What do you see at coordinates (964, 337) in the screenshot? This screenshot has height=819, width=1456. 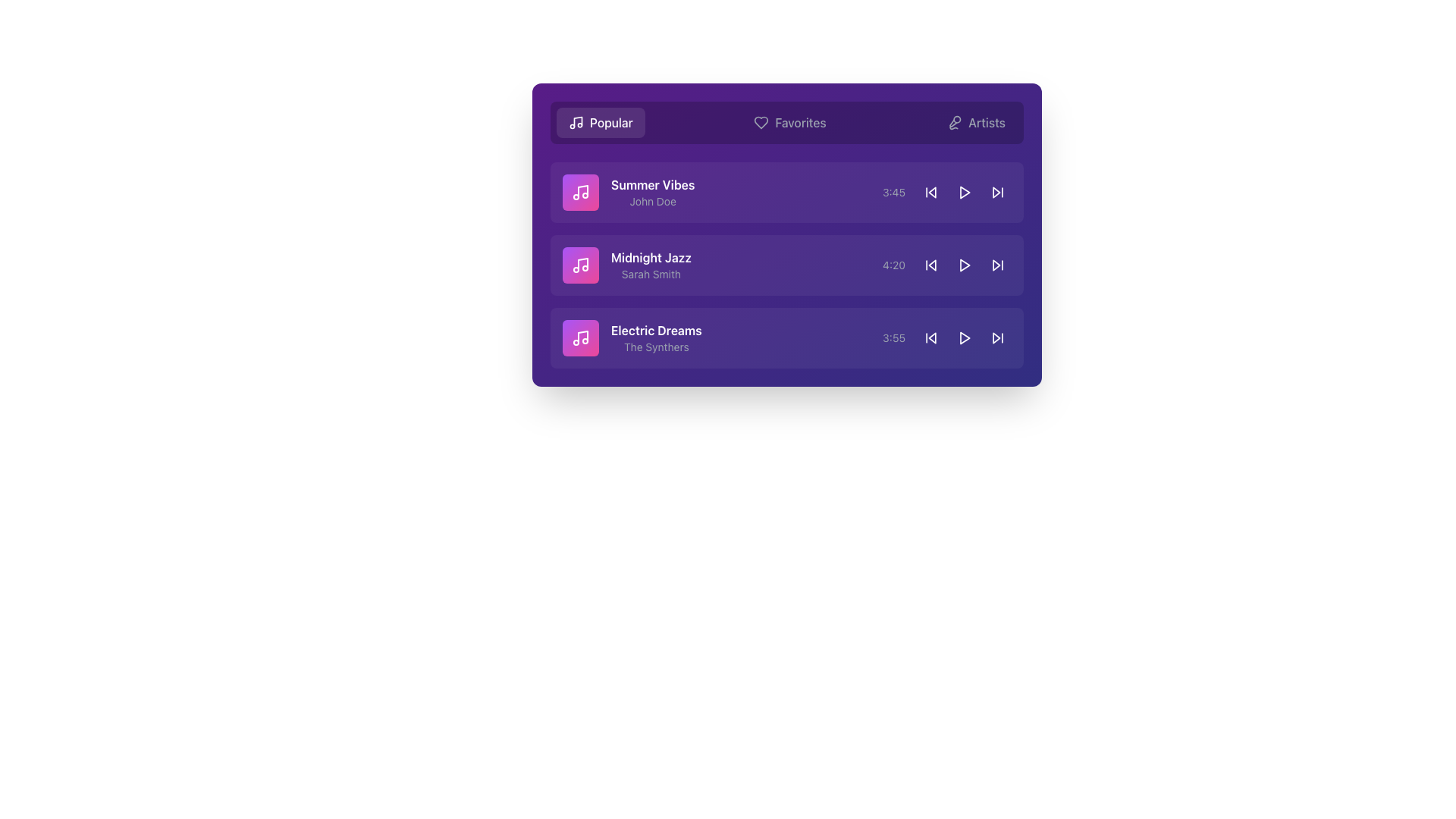 I see `the play button located to the right of the time text '3:55' in the playback controls for the music track 'Electric Dreams'` at bounding box center [964, 337].